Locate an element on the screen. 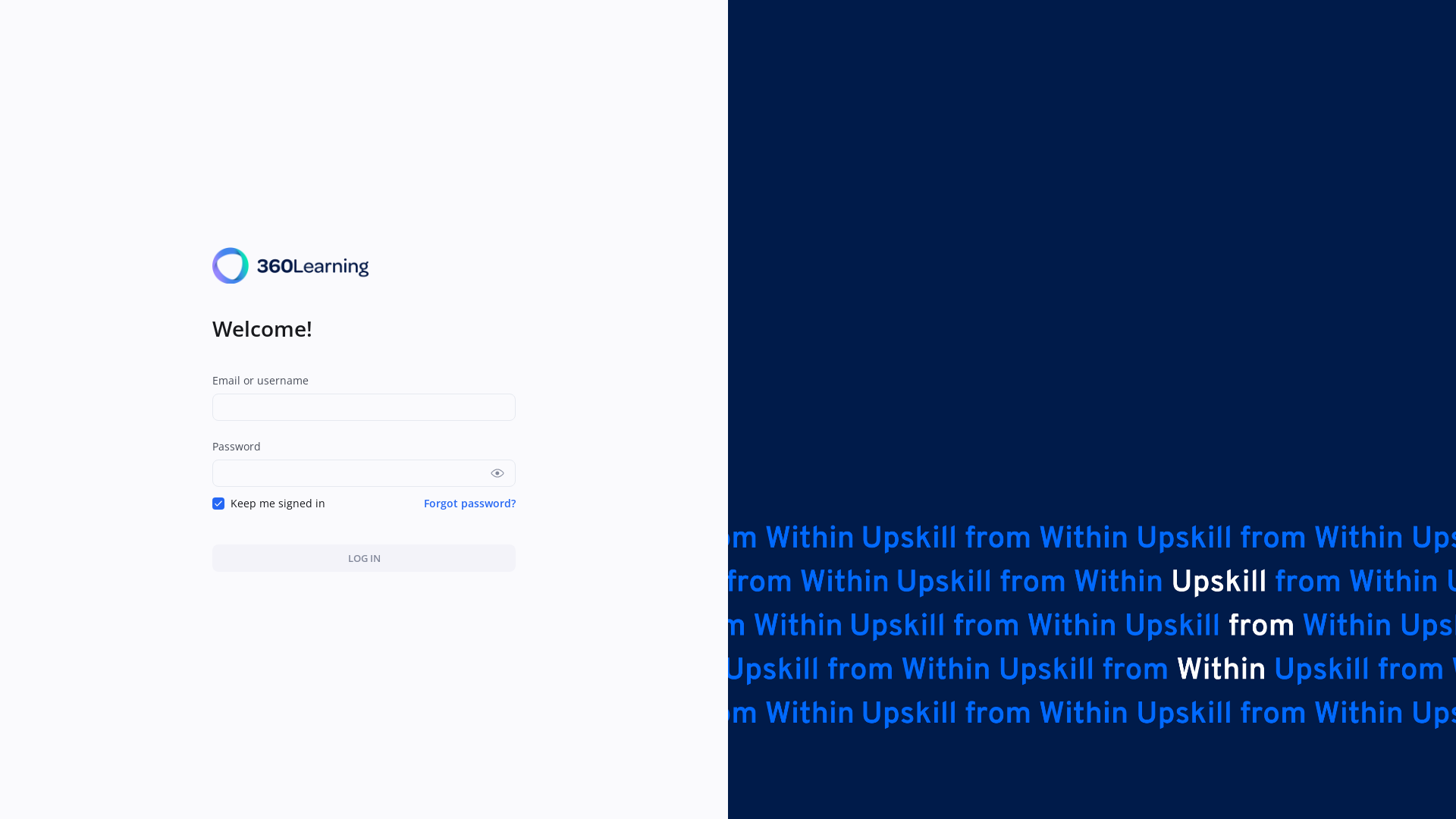  'Forgot password?' is located at coordinates (469, 503).